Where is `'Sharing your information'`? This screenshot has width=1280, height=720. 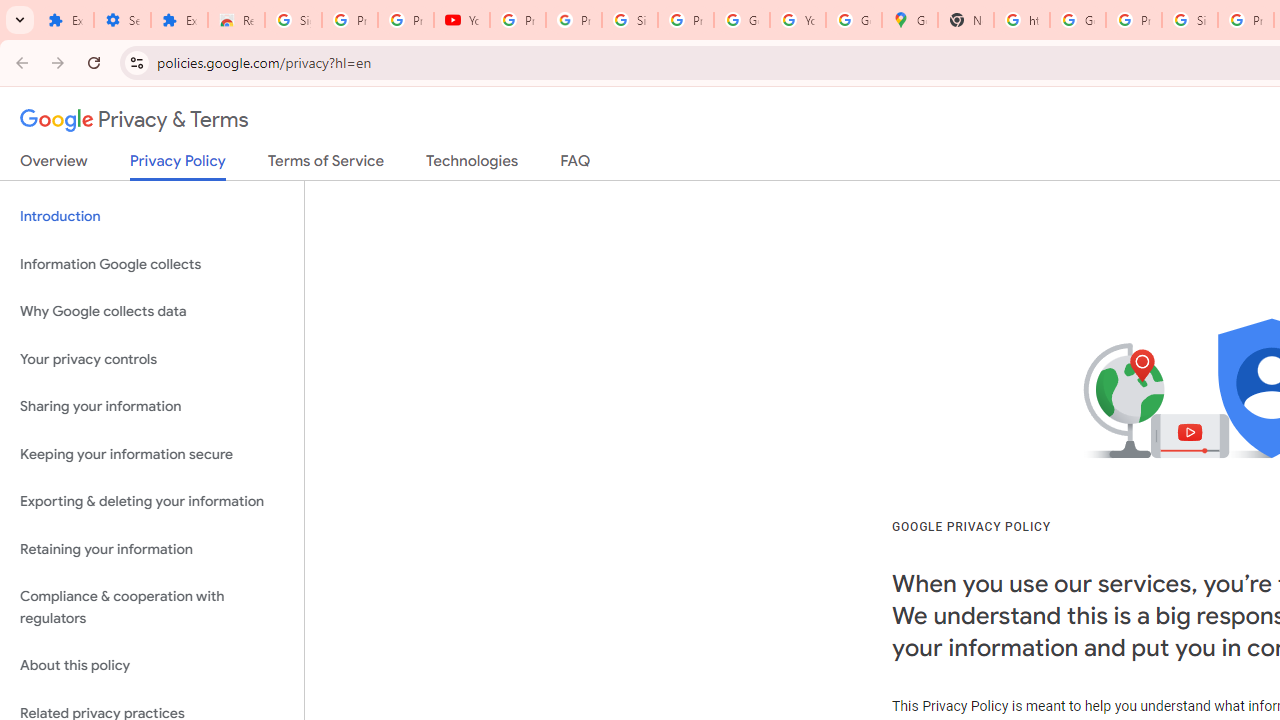 'Sharing your information' is located at coordinates (151, 406).